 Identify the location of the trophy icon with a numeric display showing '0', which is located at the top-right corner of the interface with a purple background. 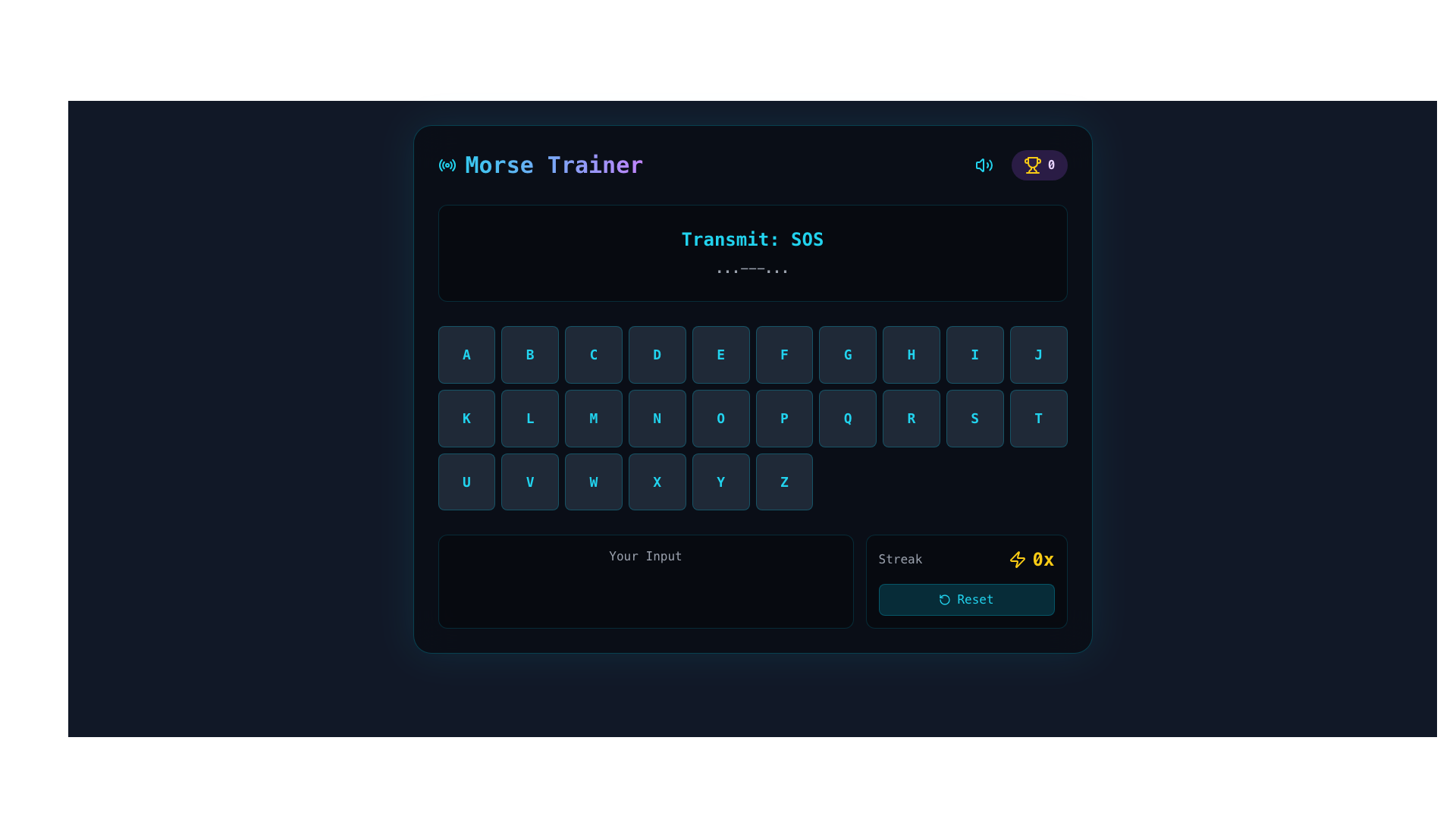
(1038, 165).